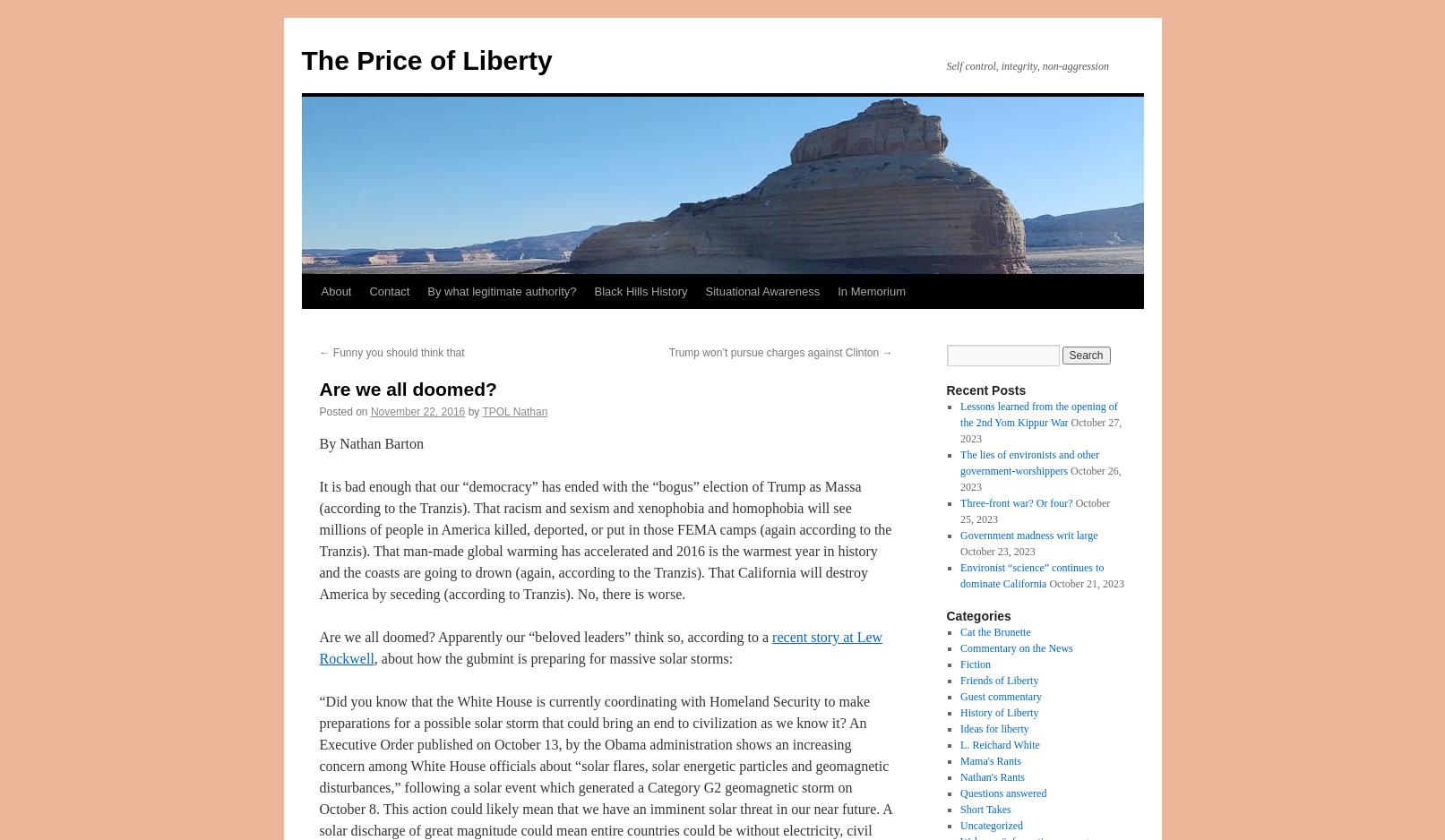  Describe the element at coordinates (417, 410) in the screenshot. I see `'November 22, 2016'` at that location.